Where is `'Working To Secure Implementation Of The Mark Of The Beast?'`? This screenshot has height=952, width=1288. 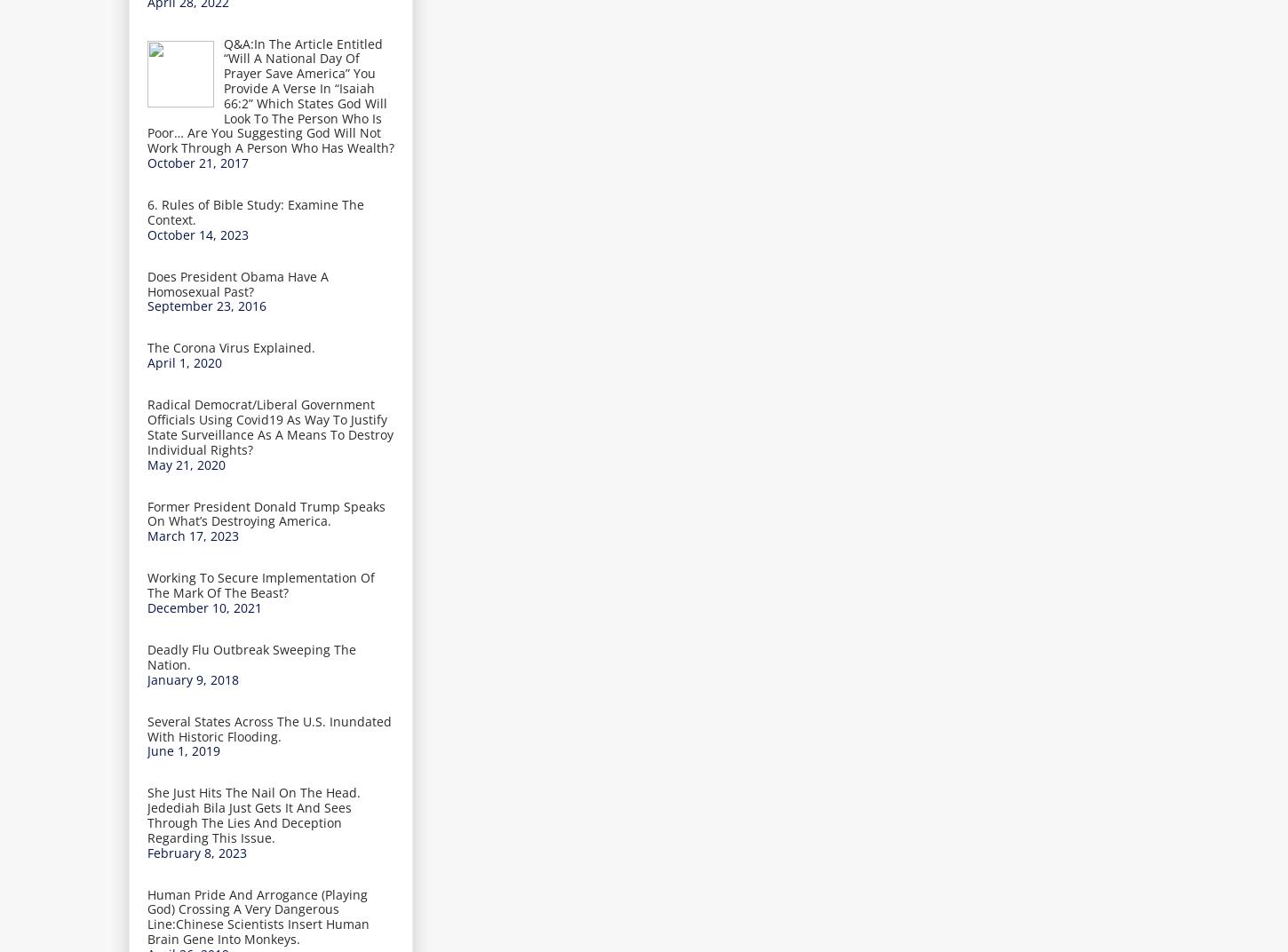 'Working To Secure Implementation Of The Mark Of The Beast?' is located at coordinates (261, 584).